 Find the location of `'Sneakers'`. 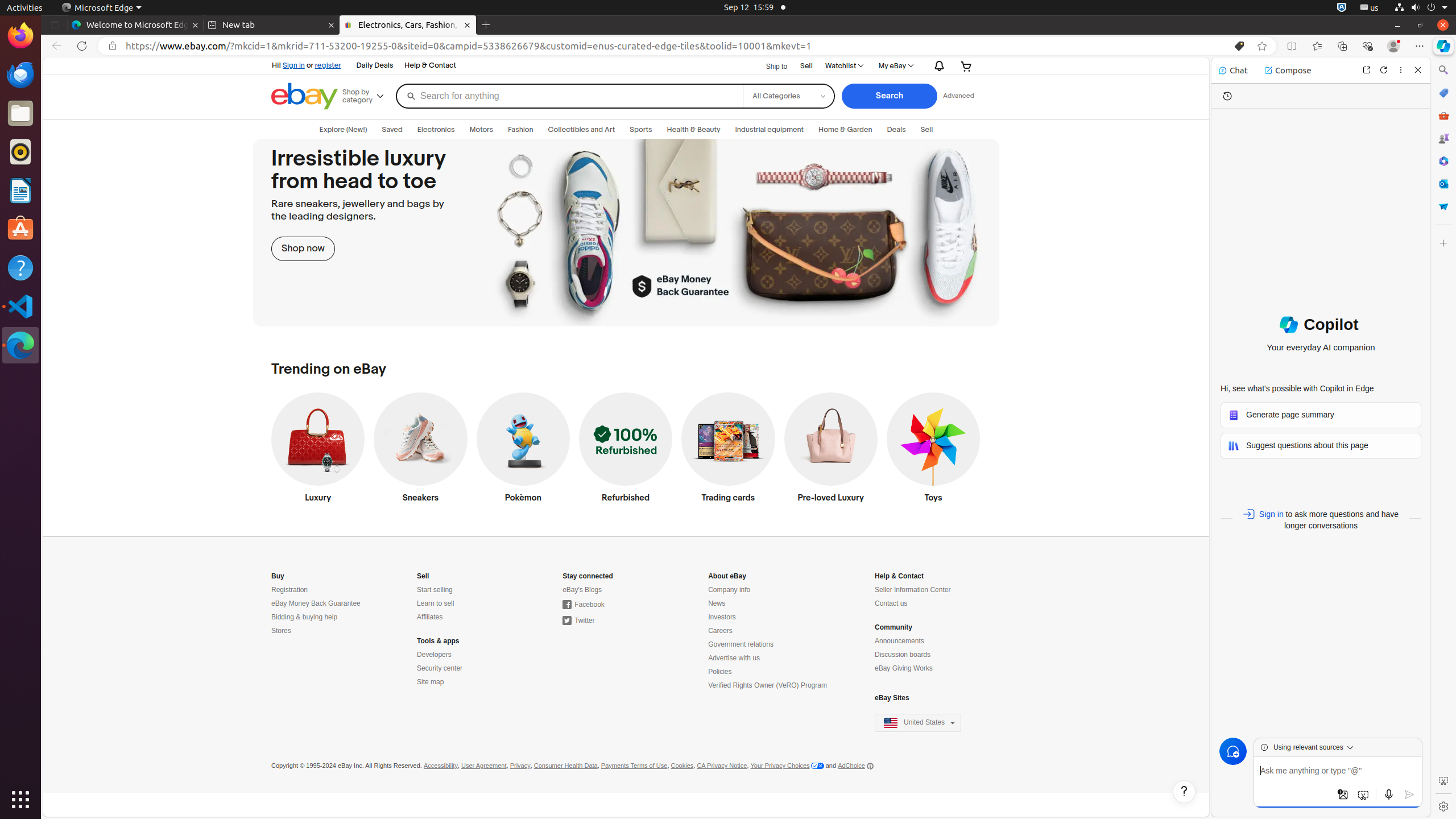

'Sneakers' is located at coordinates (420, 450).